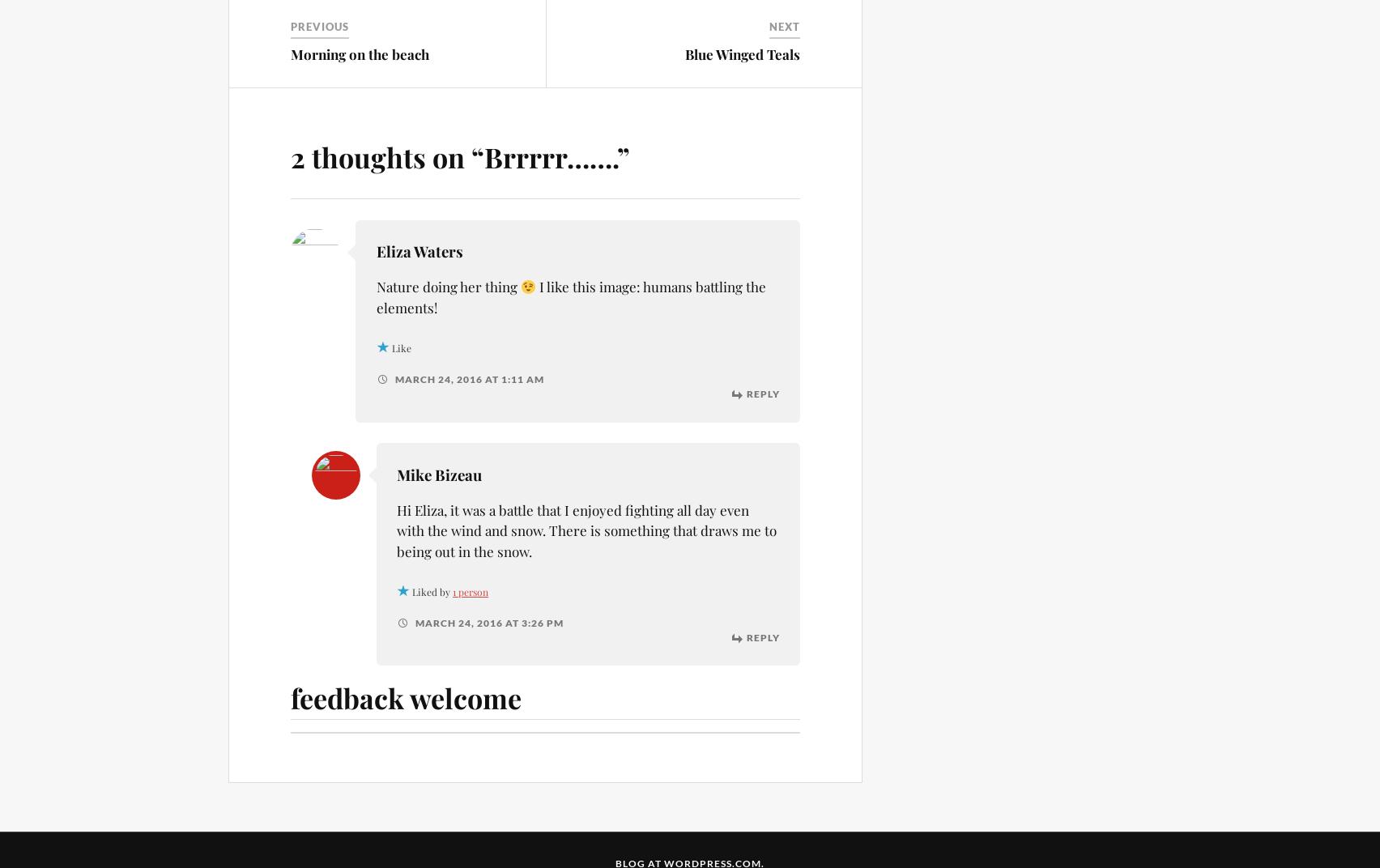 This screenshot has height=868, width=1380. What do you see at coordinates (290, 155) in the screenshot?
I see `'2 thoughts on “'` at bounding box center [290, 155].